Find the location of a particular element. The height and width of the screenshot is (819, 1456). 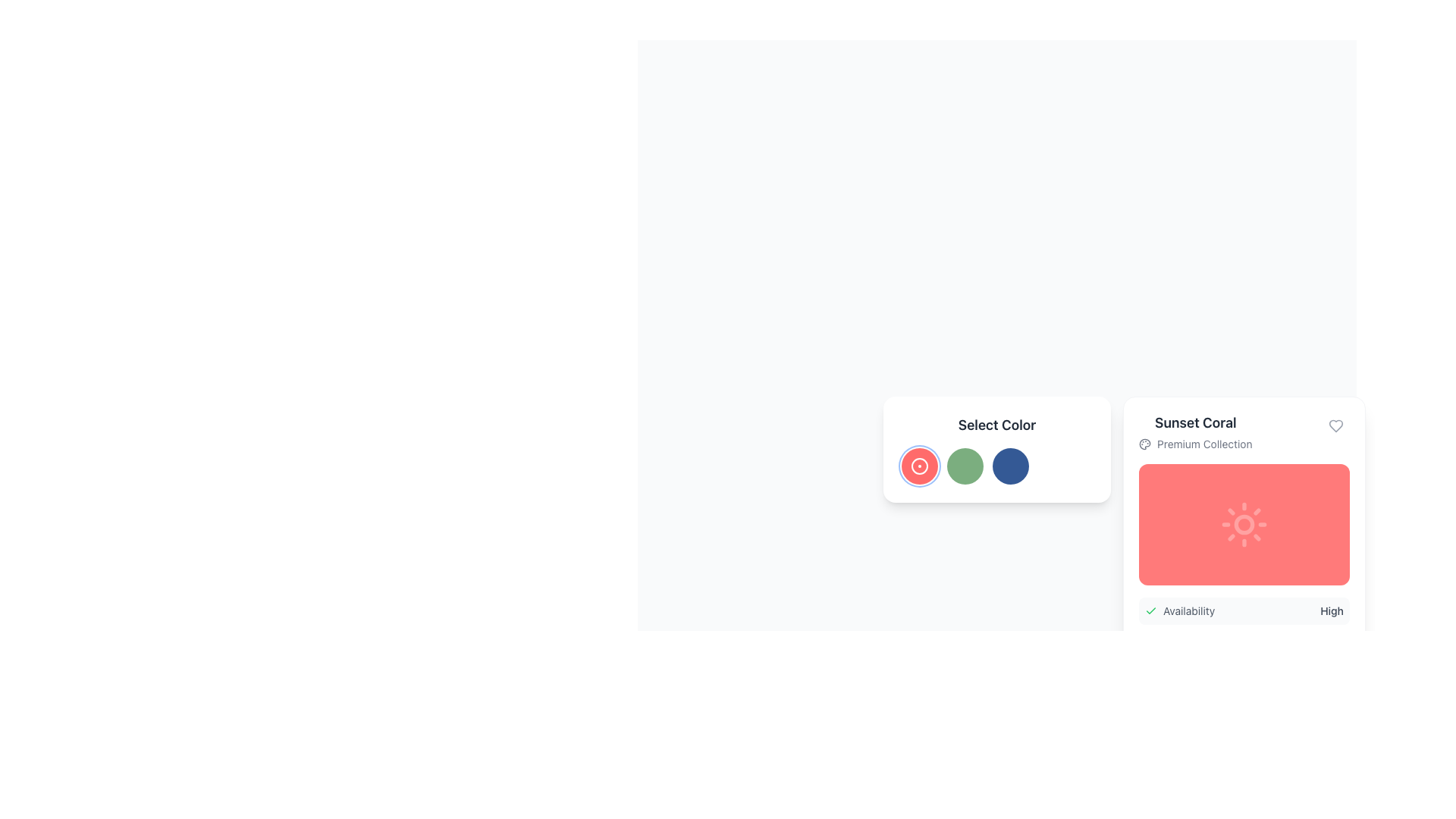

the green checkmark icon that is located within the bottom section of the card component, positioned to the left of the 'Availability' text is located at coordinates (1150, 610).